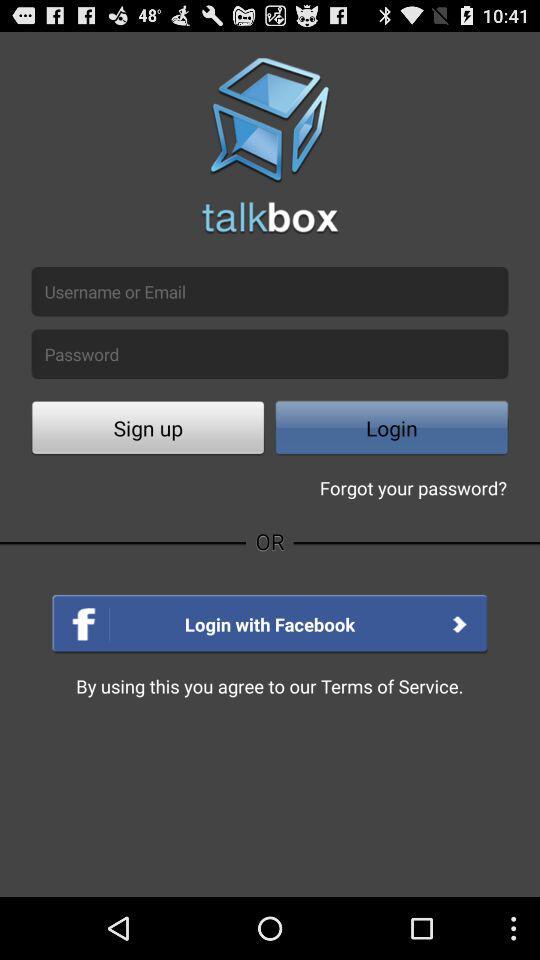 This screenshot has height=960, width=540. Describe the element at coordinates (147, 430) in the screenshot. I see `the sign up which is there in white color` at that location.